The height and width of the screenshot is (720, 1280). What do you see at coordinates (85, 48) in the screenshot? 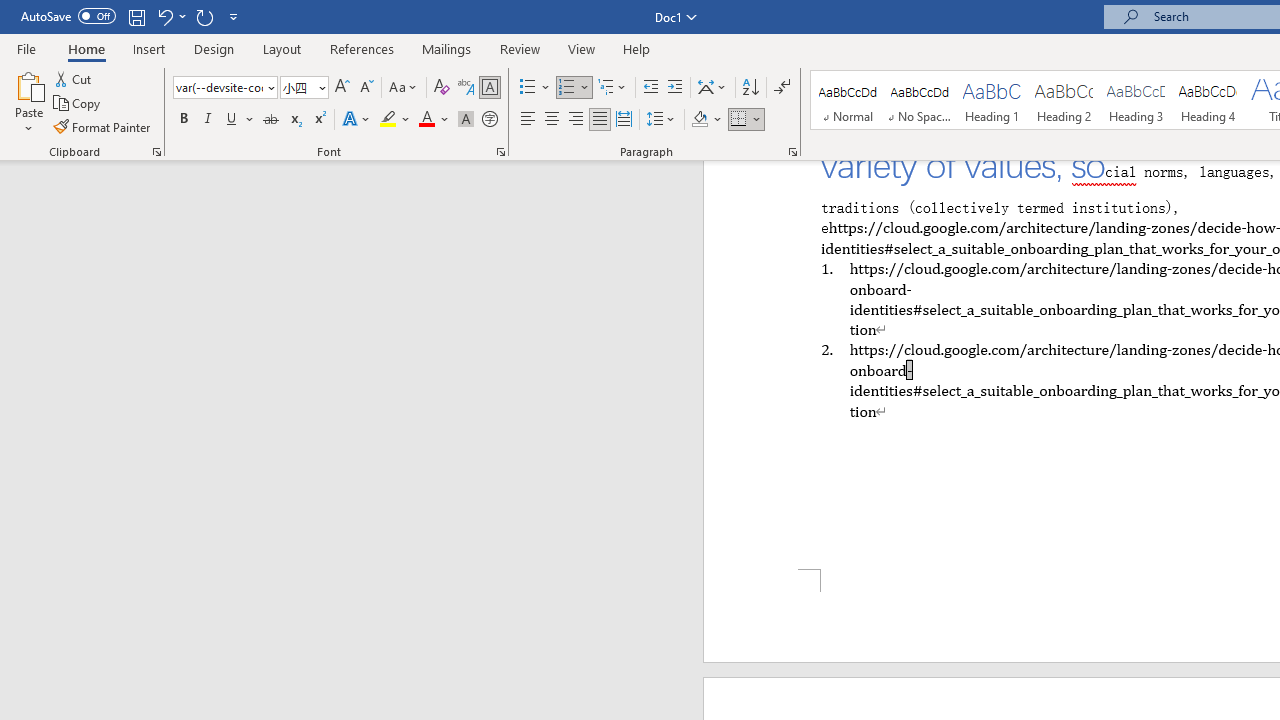
I see `'Home'` at bounding box center [85, 48].